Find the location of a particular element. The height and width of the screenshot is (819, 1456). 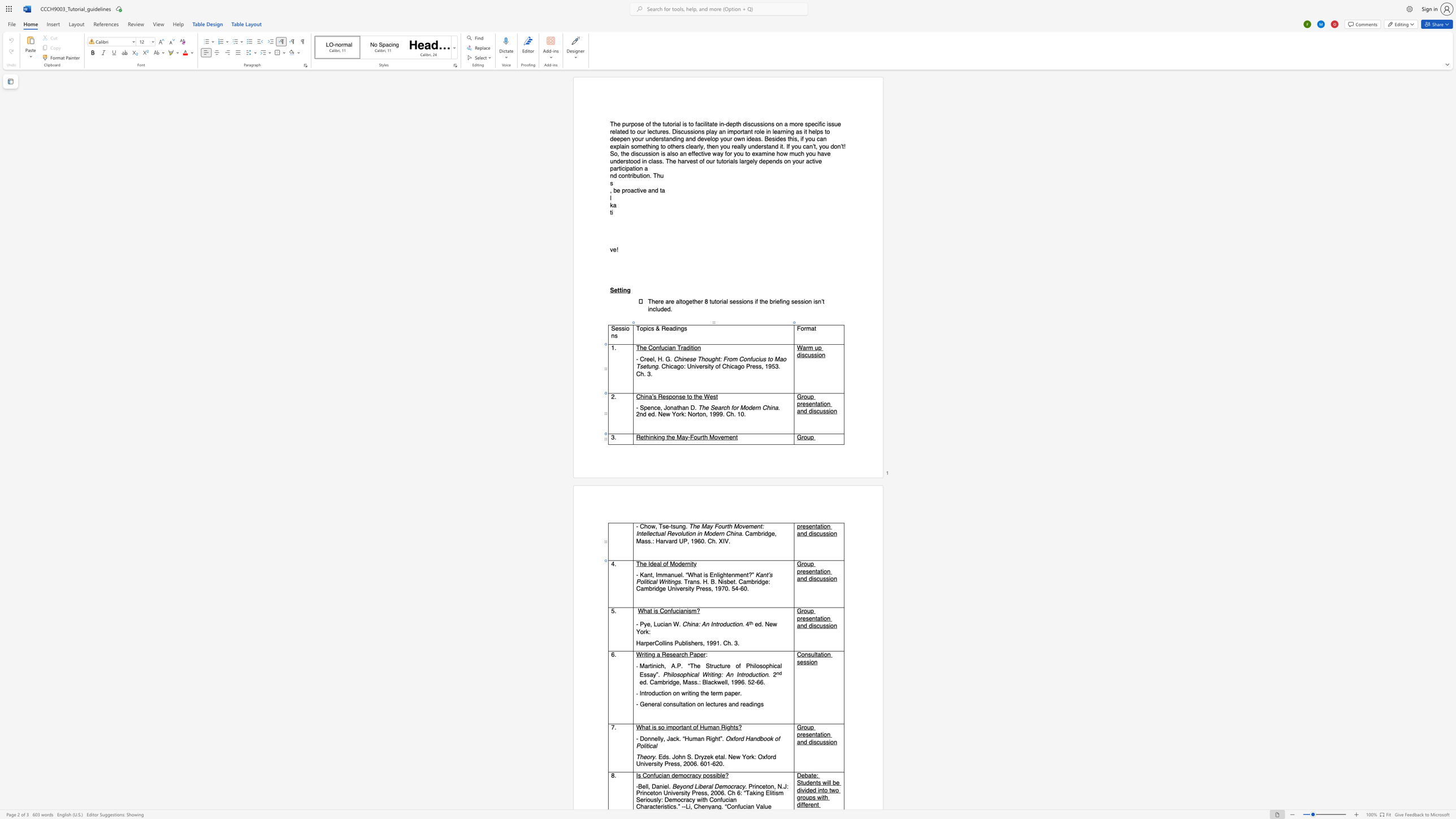

the 1th character "d" in the text is located at coordinates (651, 564).